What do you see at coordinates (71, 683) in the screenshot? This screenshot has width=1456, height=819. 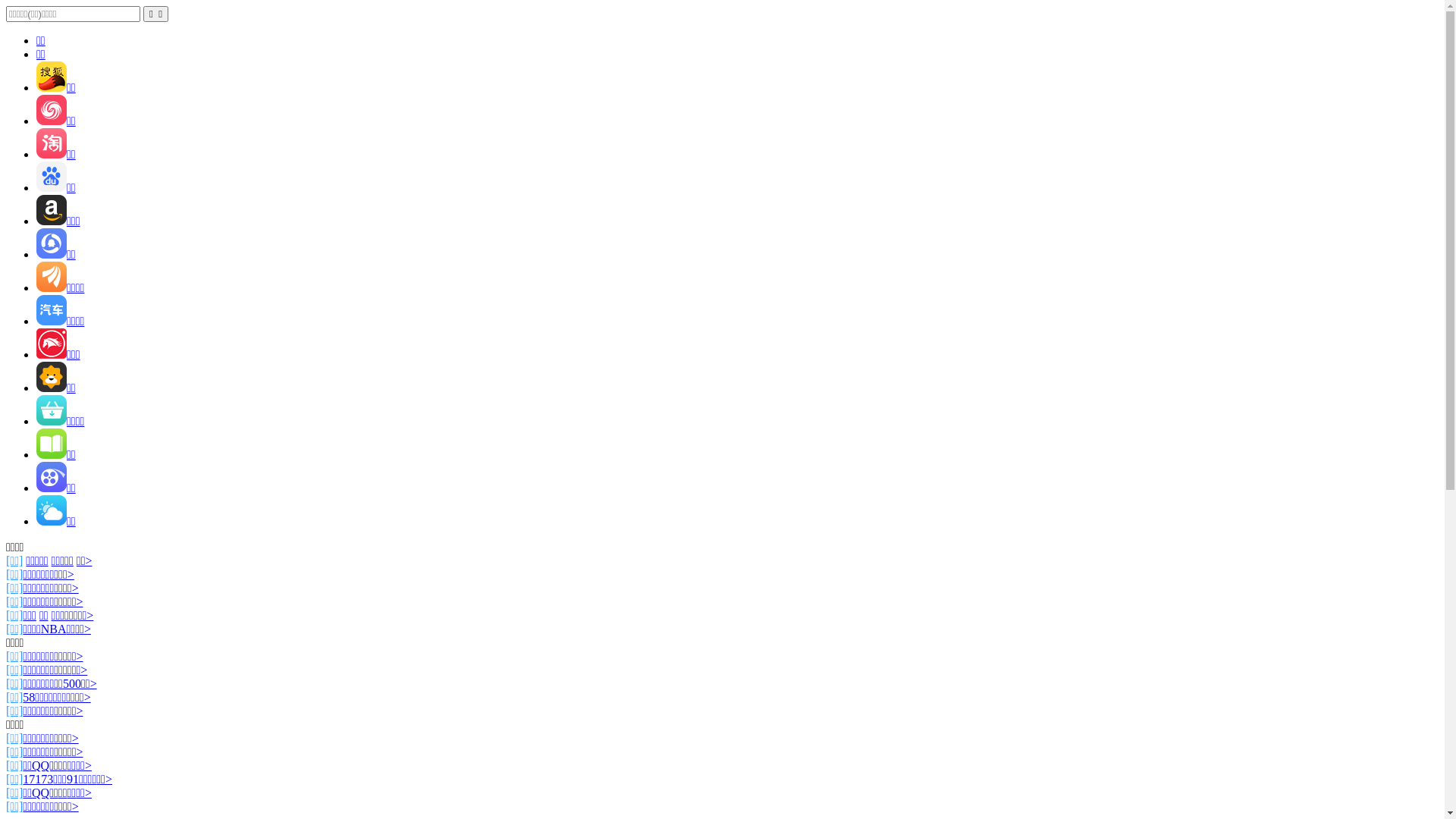 I see `'500'` at bounding box center [71, 683].